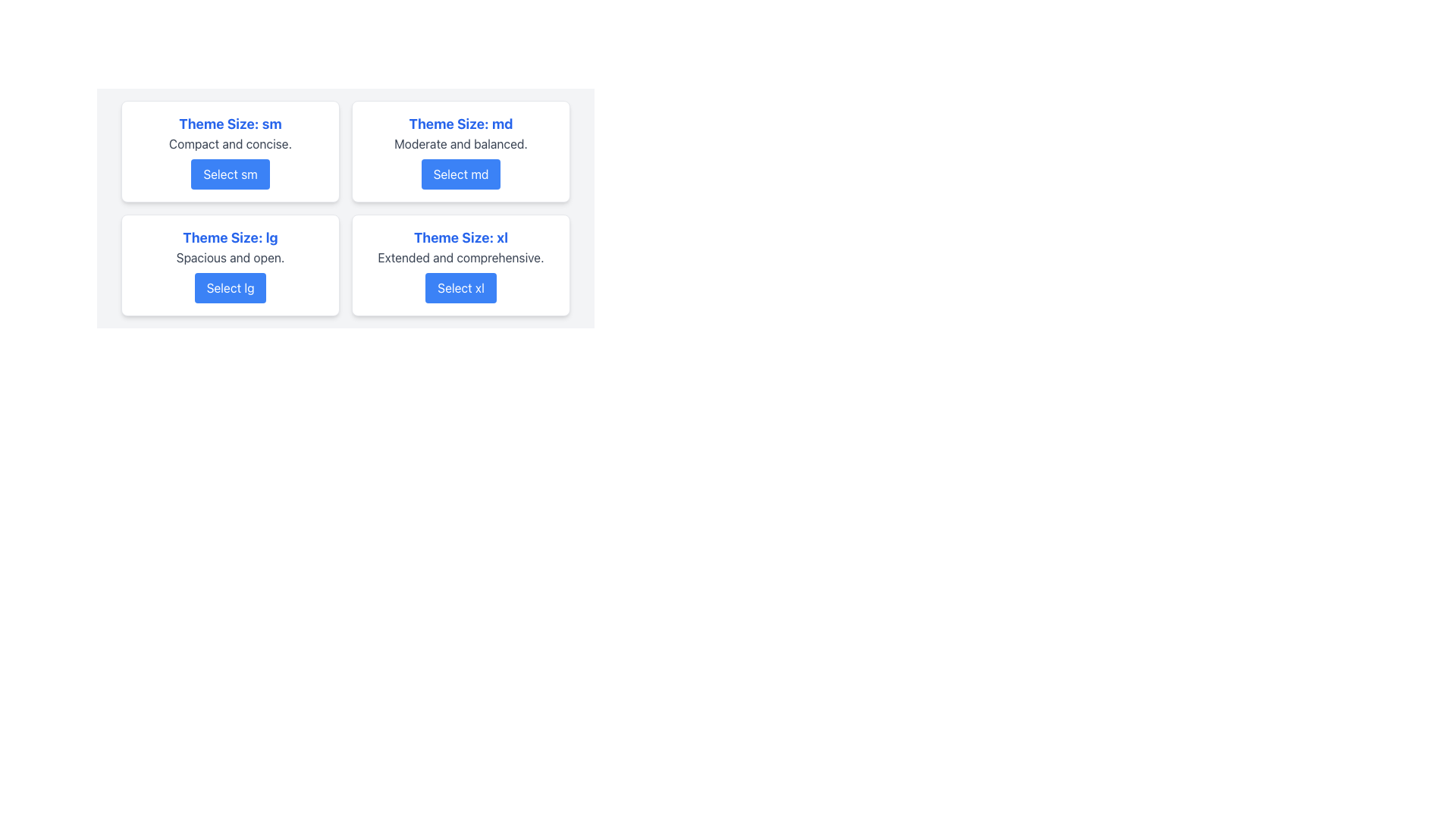 Image resolution: width=1456 pixels, height=819 pixels. Describe the element at coordinates (229, 174) in the screenshot. I see `the button labeled 'sm' in the top-left card of the grid to observe the color change` at that location.